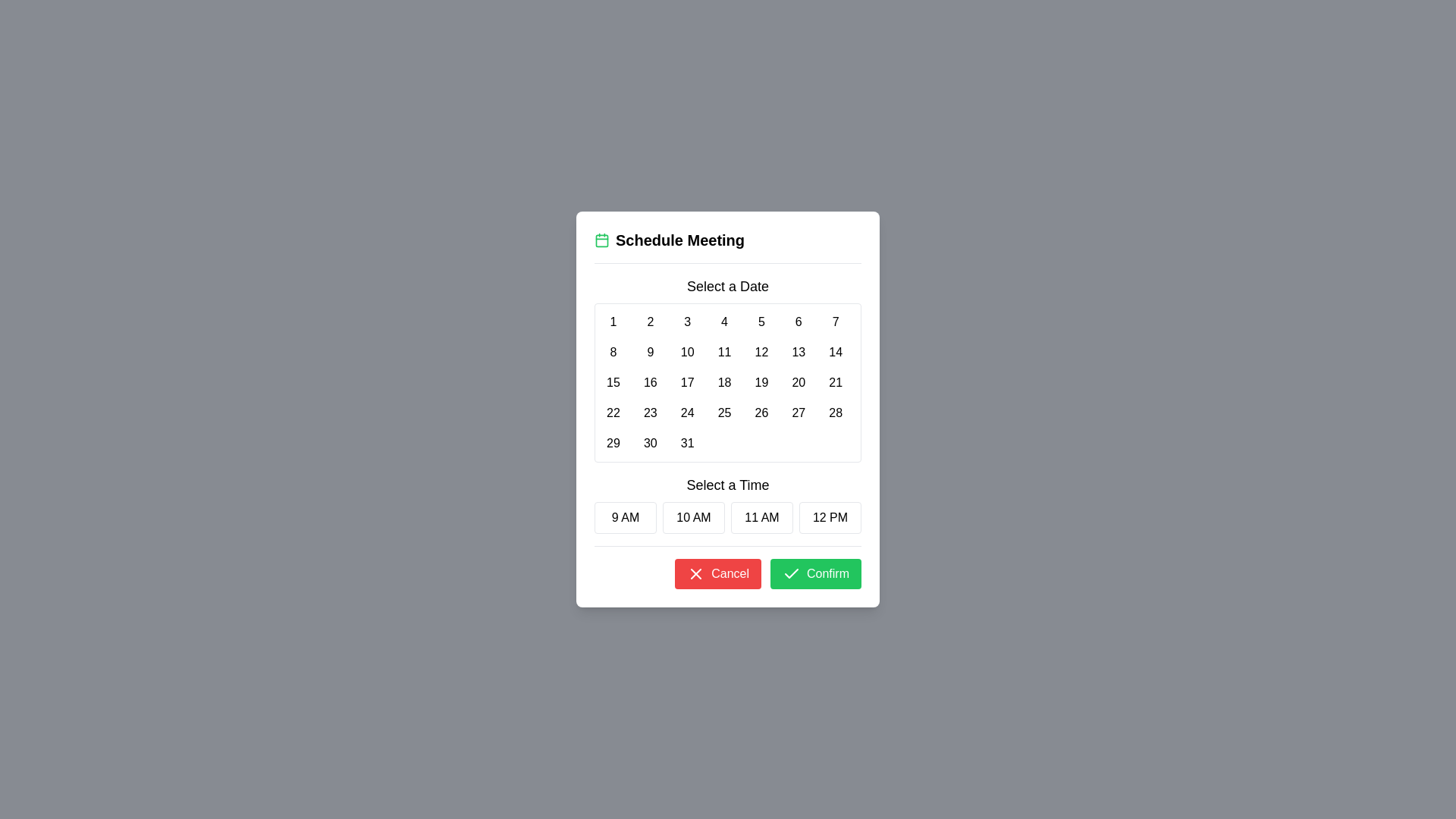  What do you see at coordinates (761, 353) in the screenshot?
I see `the selectable date option button located in the second row and fifth column of the calendar interface to observe the hover effects` at bounding box center [761, 353].